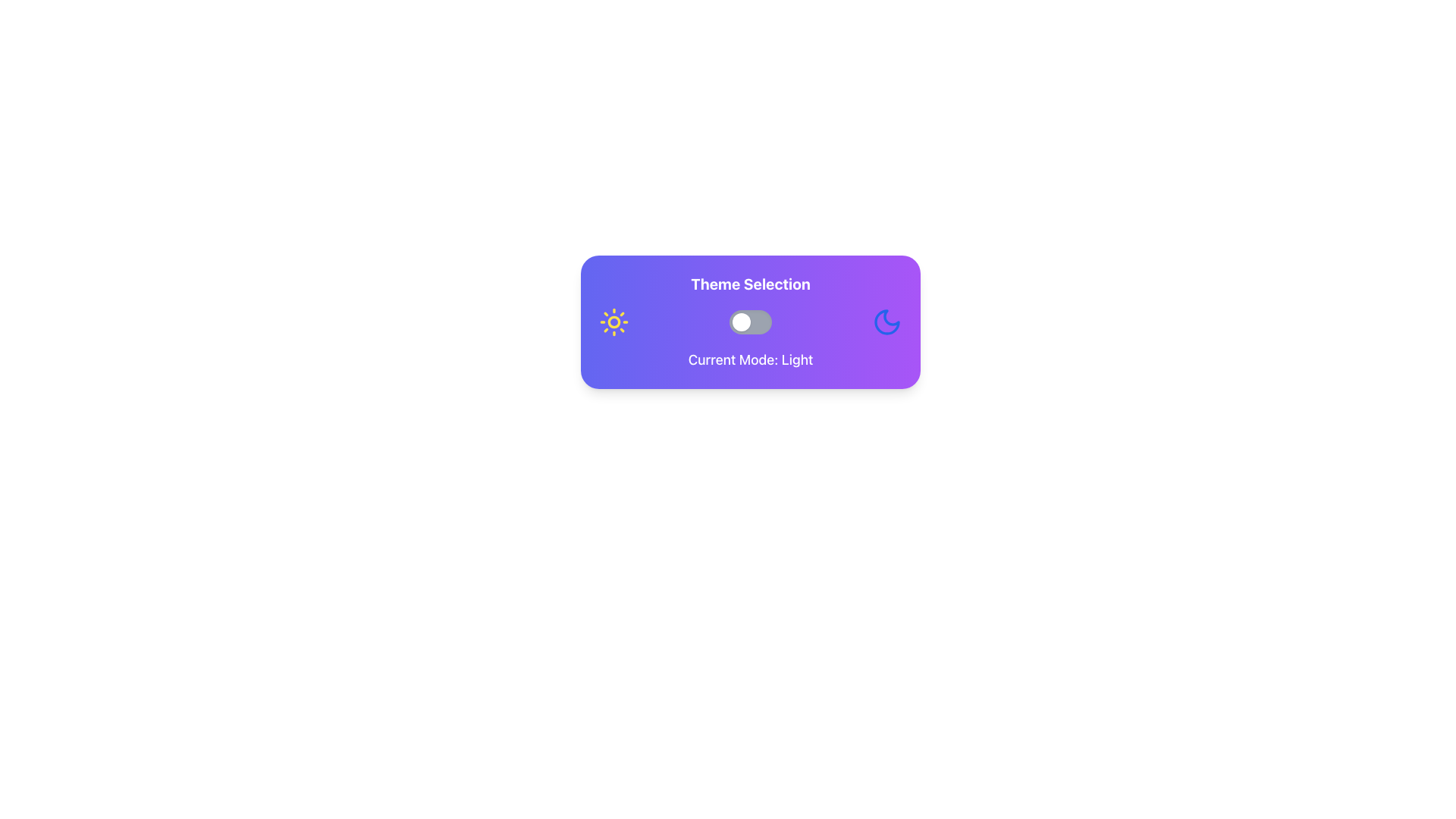 The height and width of the screenshot is (819, 1456). What do you see at coordinates (742, 321) in the screenshot?
I see `the Toggle Switch Knob, which is a small circular component on the left side of the toggle switch indicating the light mode selection under 'Current Mode: Light'` at bounding box center [742, 321].